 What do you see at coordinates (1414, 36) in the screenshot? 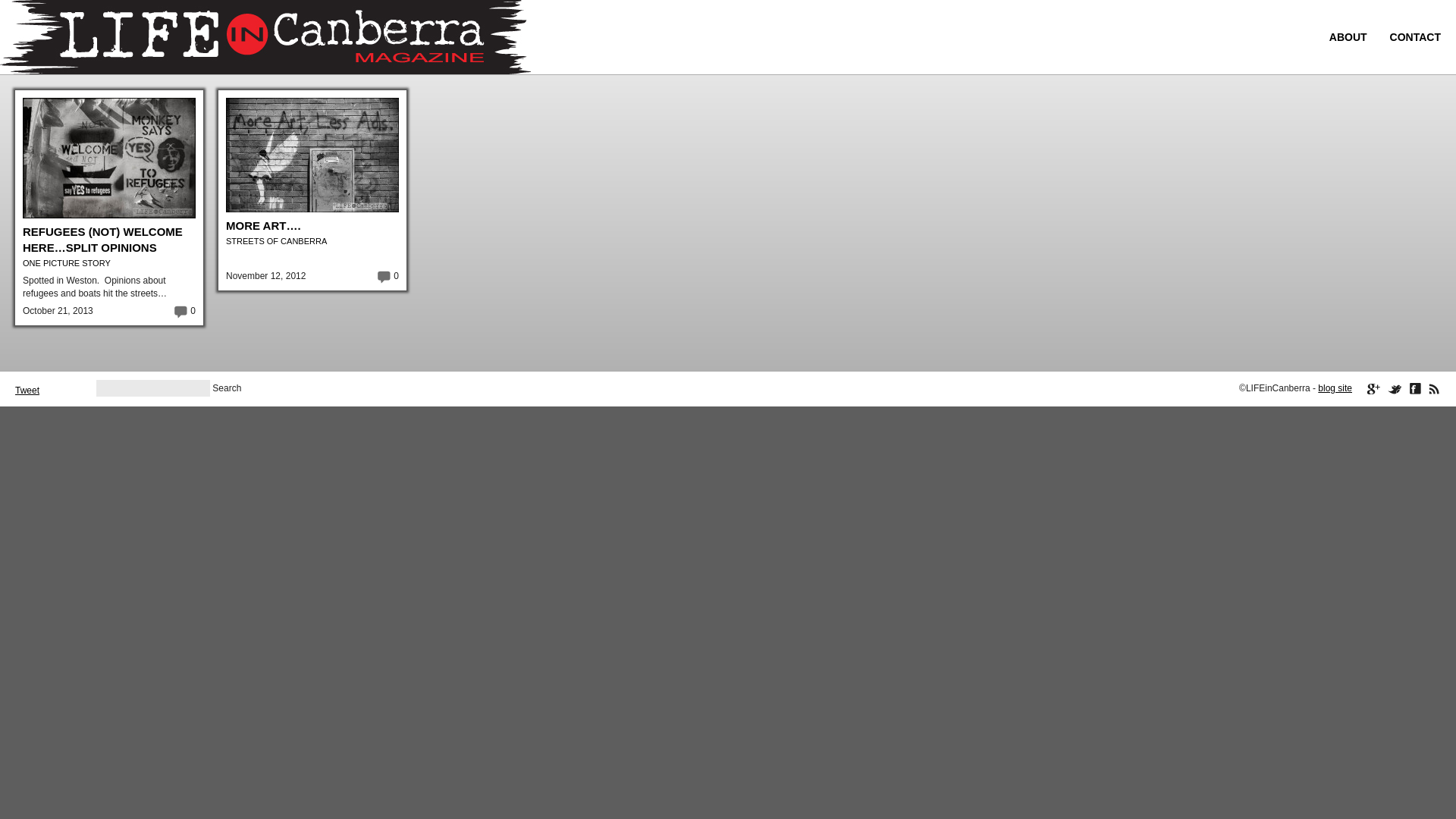
I see `'CONTACT'` at bounding box center [1414, 36].